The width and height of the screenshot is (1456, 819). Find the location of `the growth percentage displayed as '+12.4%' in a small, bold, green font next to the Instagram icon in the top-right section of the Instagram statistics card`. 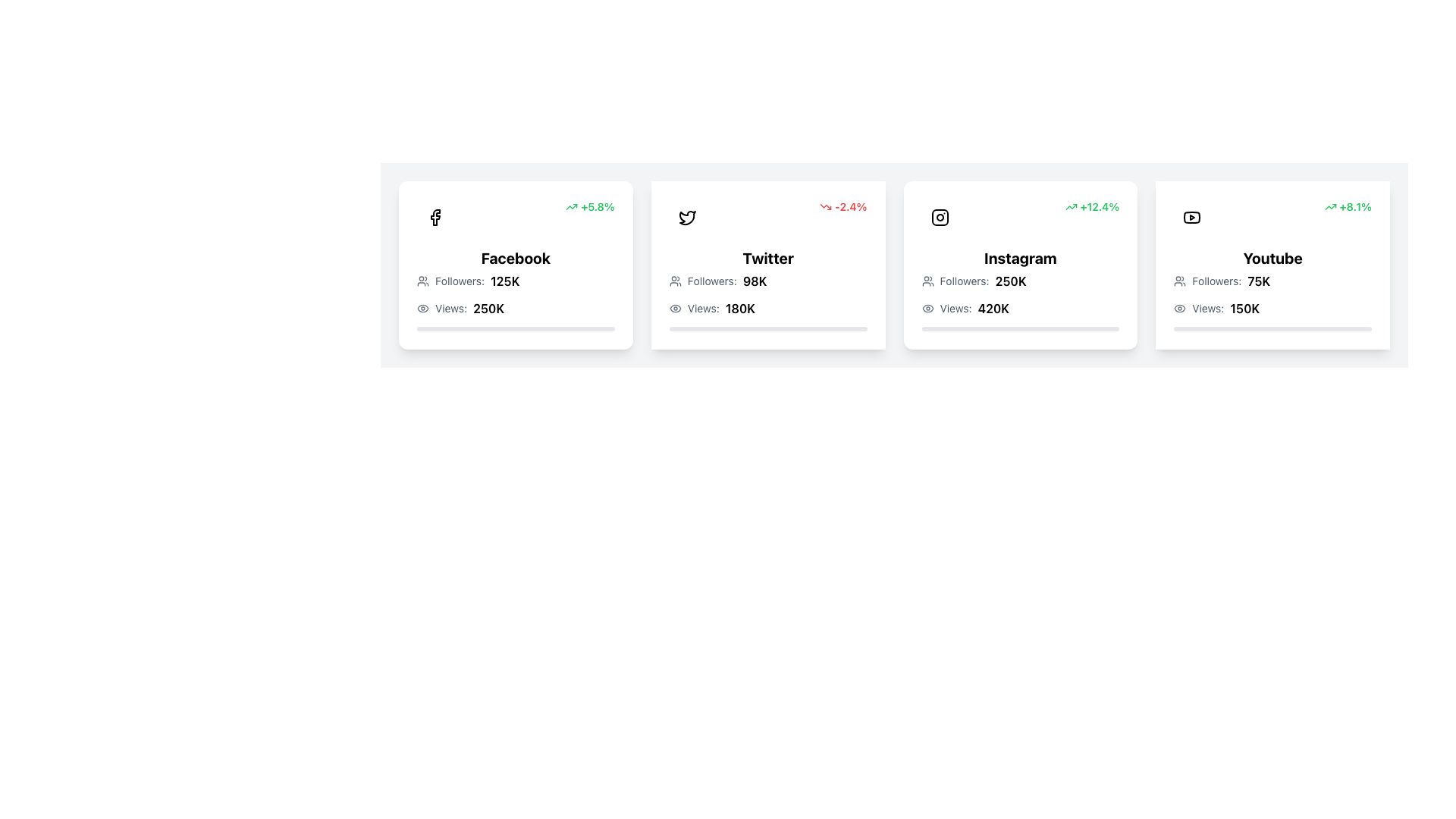

the growth percentage displayed as '+12.4%' in a small, bold, green font next to the Instagram icon in the top-right section of the Instagram statistics card is located at coordinates (1020, 217).